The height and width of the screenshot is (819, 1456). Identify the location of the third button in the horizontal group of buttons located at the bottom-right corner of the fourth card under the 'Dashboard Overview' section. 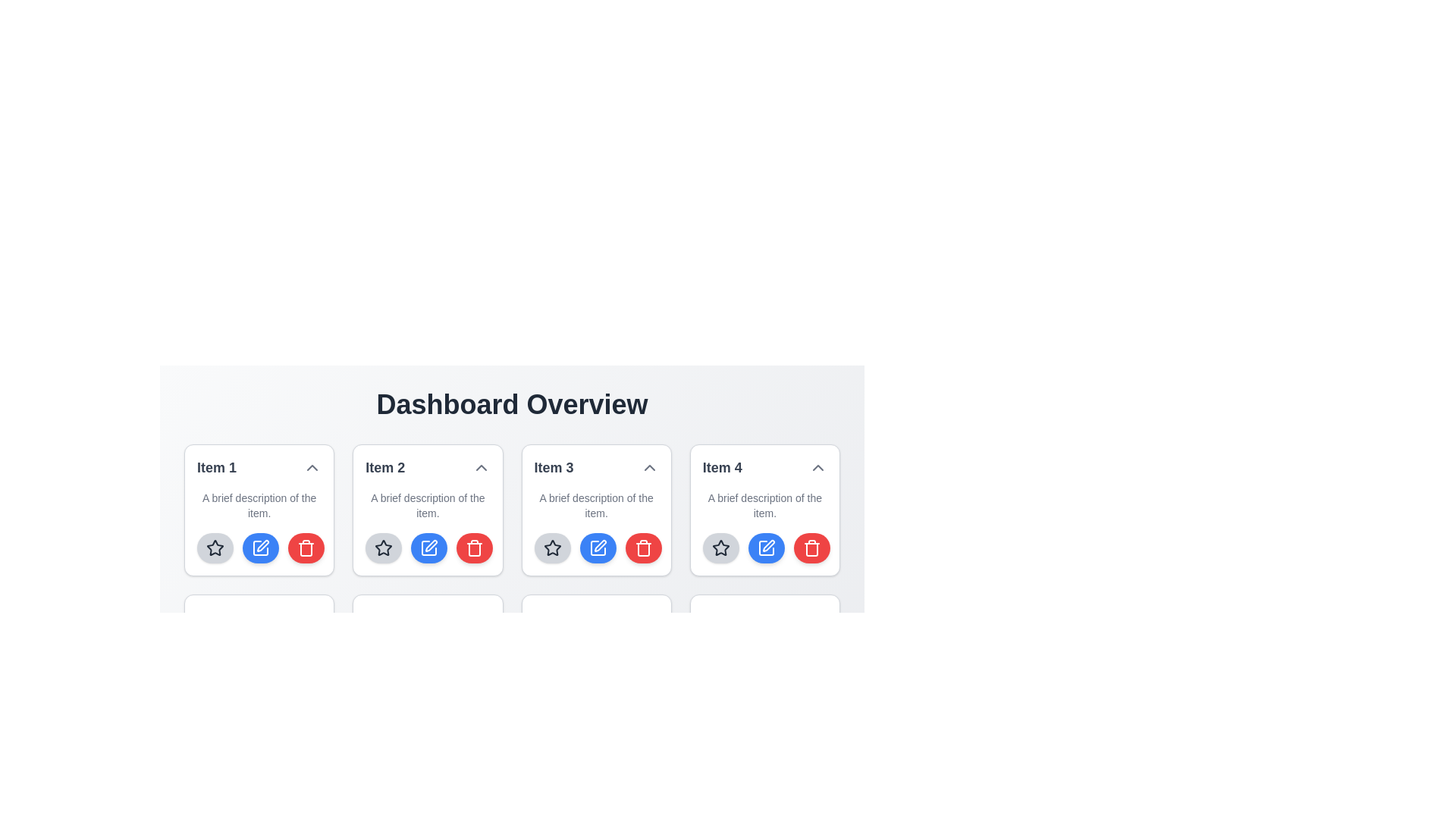
(643, 698).